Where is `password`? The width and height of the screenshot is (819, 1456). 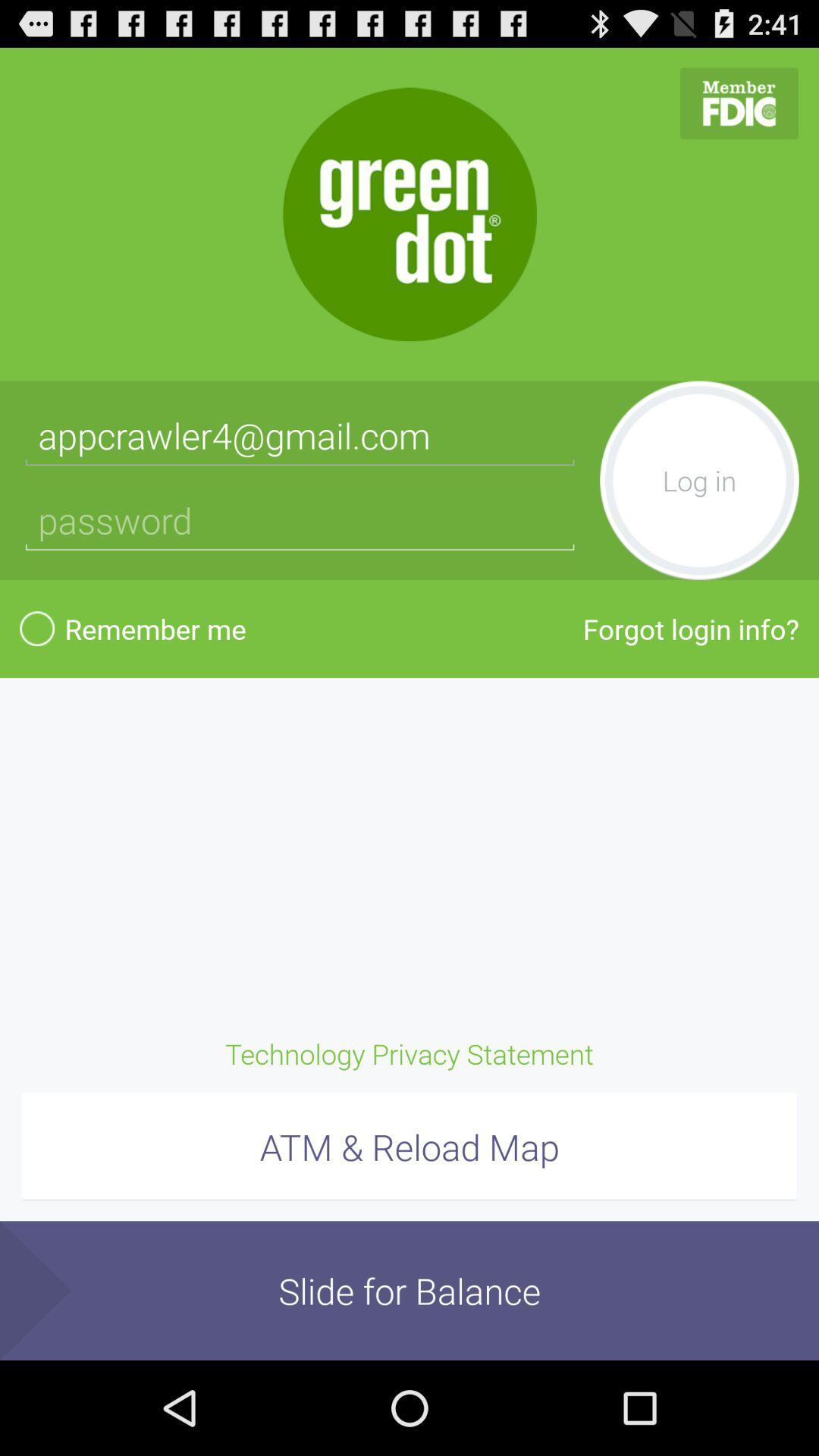
password is located at coordinates (300, 520).